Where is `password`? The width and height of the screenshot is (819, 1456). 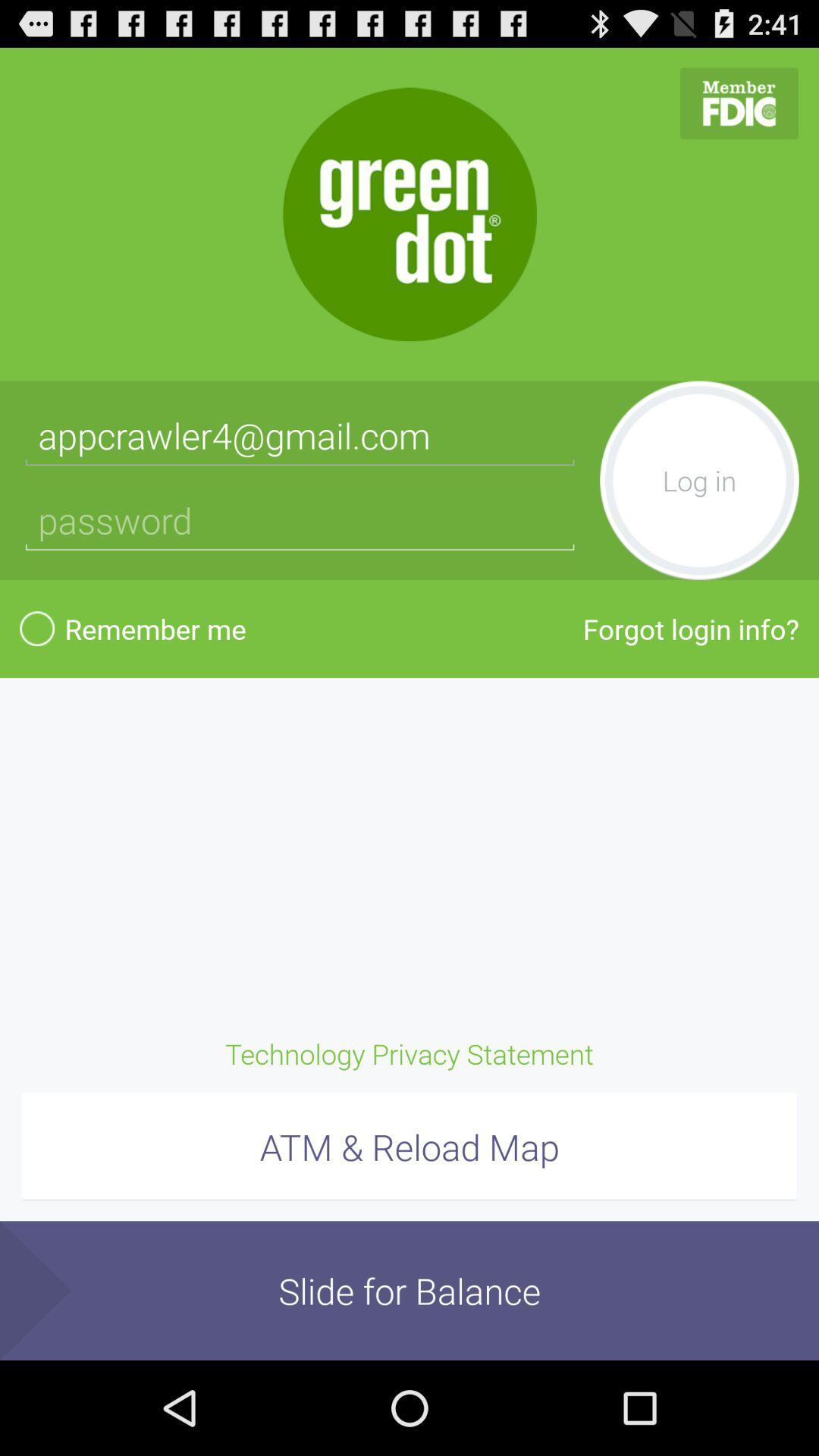
password is located at coordinates (300, 520).